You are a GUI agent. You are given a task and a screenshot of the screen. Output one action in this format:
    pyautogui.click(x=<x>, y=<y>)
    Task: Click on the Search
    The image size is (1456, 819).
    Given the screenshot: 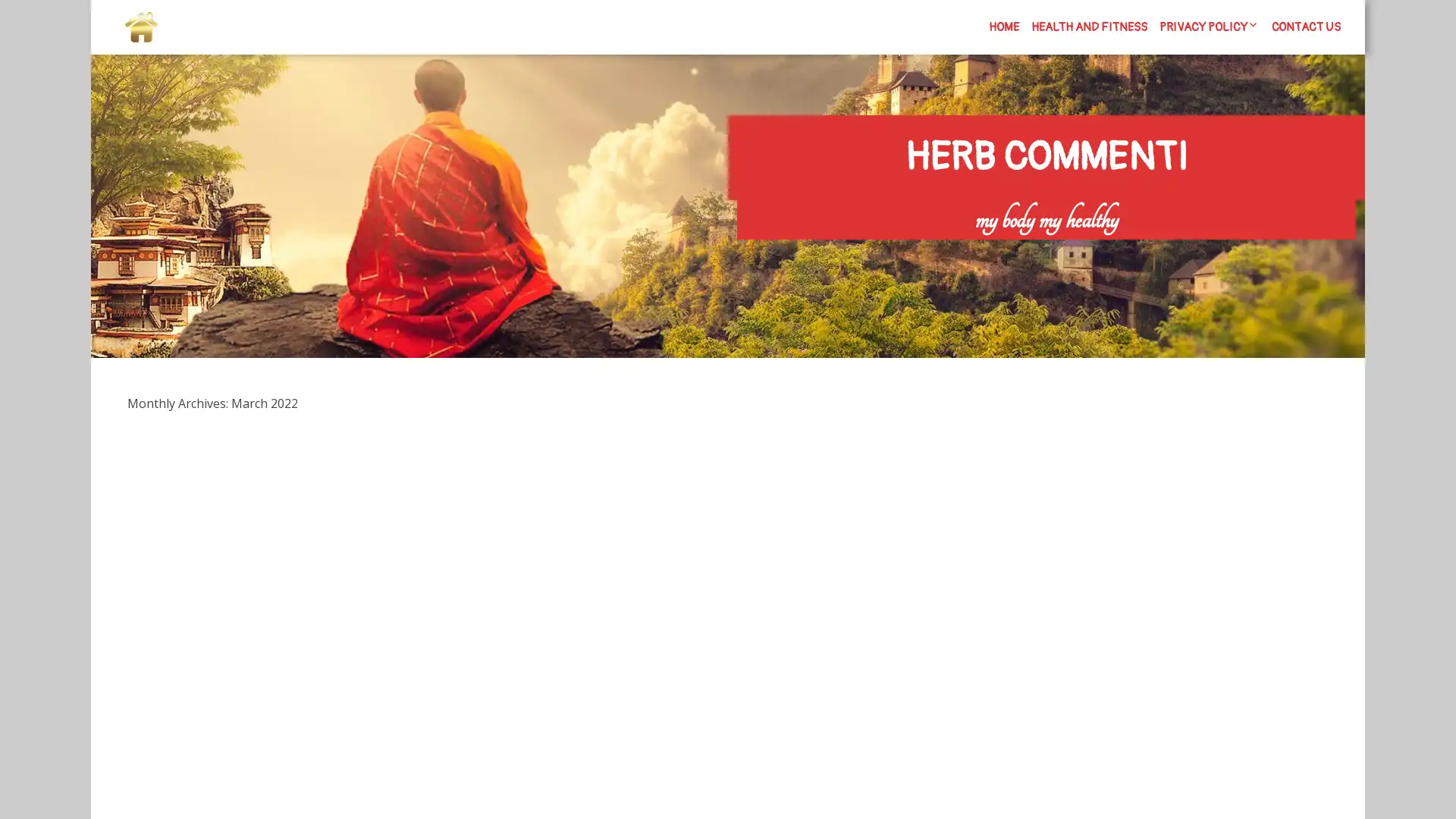 What is the action you would take?
    pyautogui.click(x=1181, y=248)
    